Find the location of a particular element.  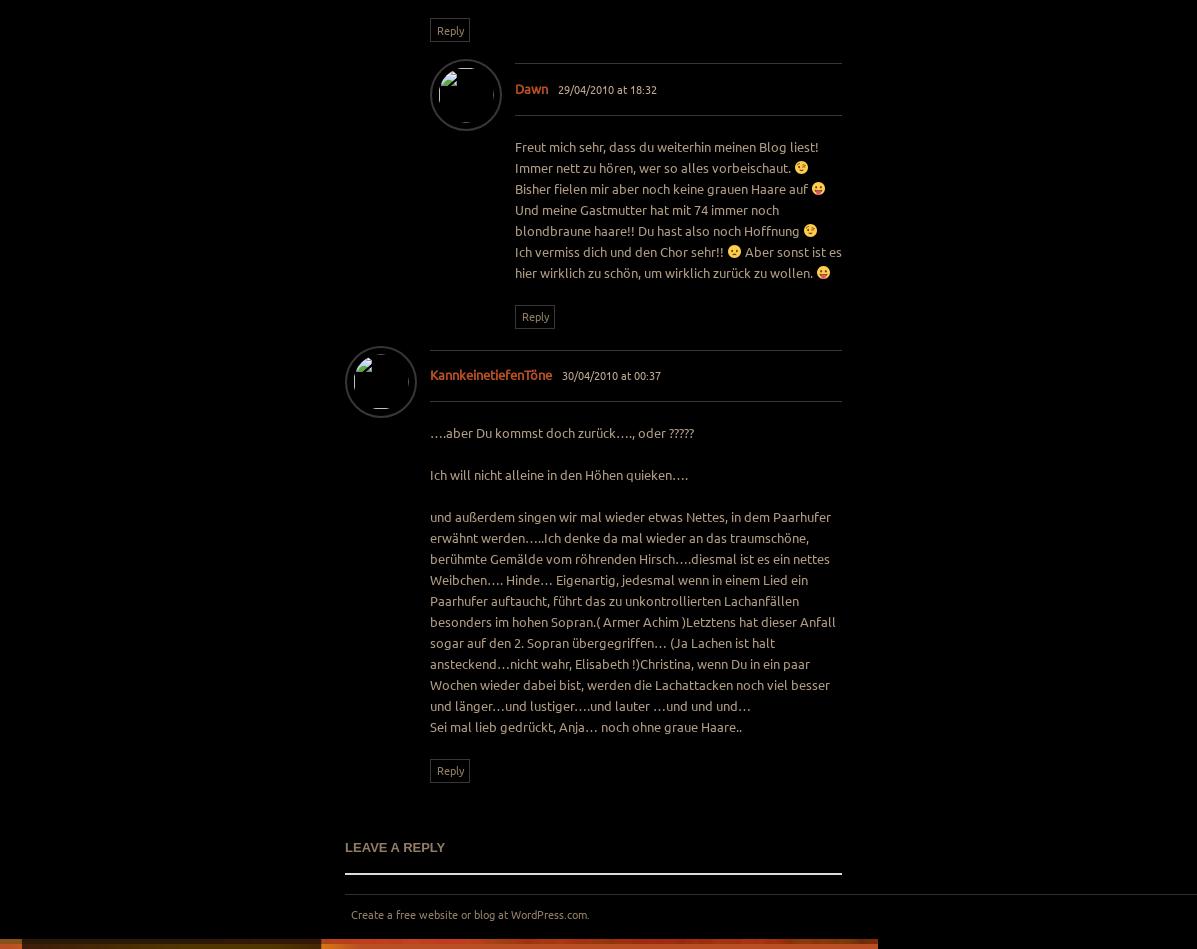

'Leave a Reply' is located at coordinates (395, 846).